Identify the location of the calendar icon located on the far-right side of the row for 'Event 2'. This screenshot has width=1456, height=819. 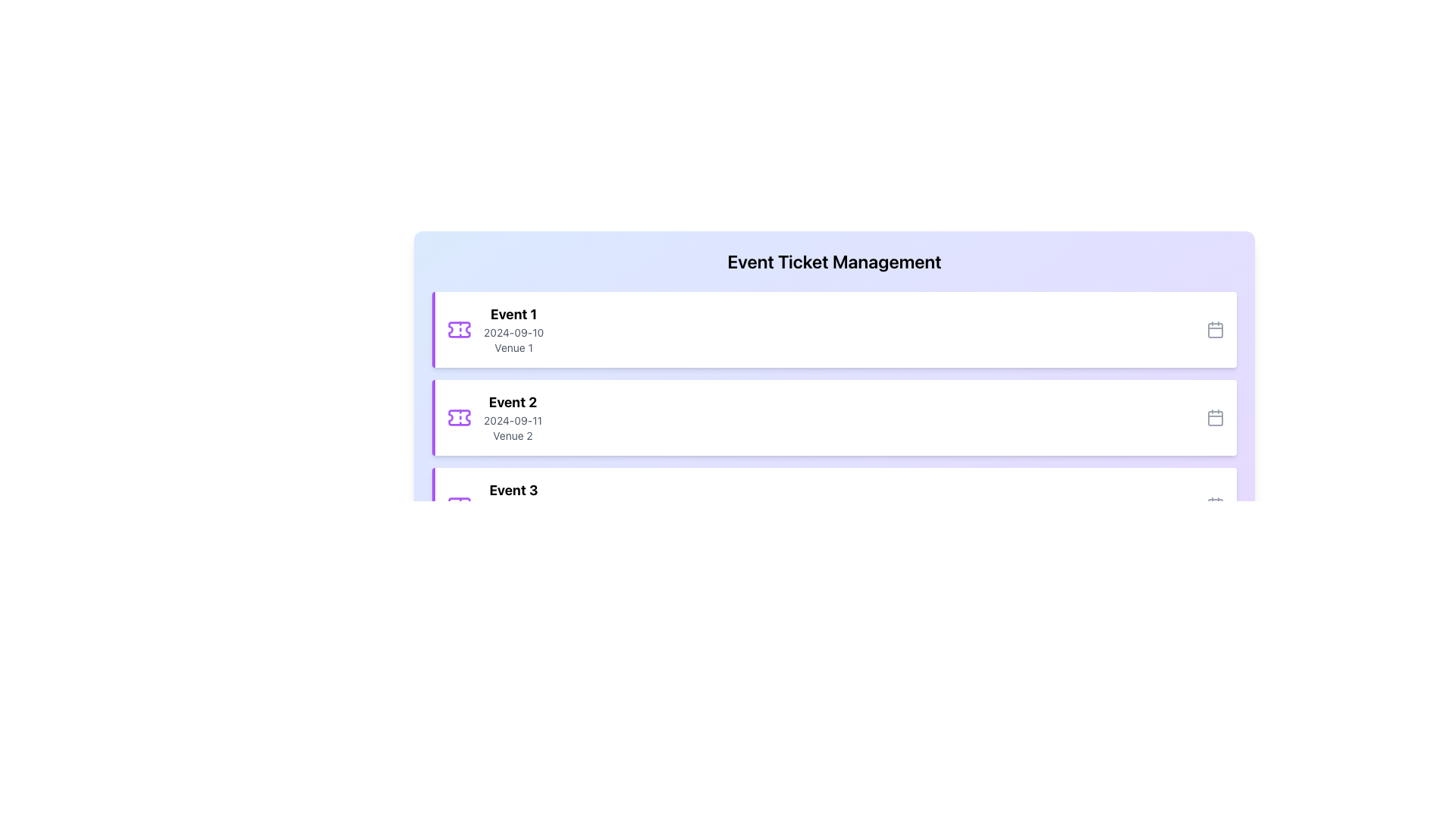
(1216, 418).